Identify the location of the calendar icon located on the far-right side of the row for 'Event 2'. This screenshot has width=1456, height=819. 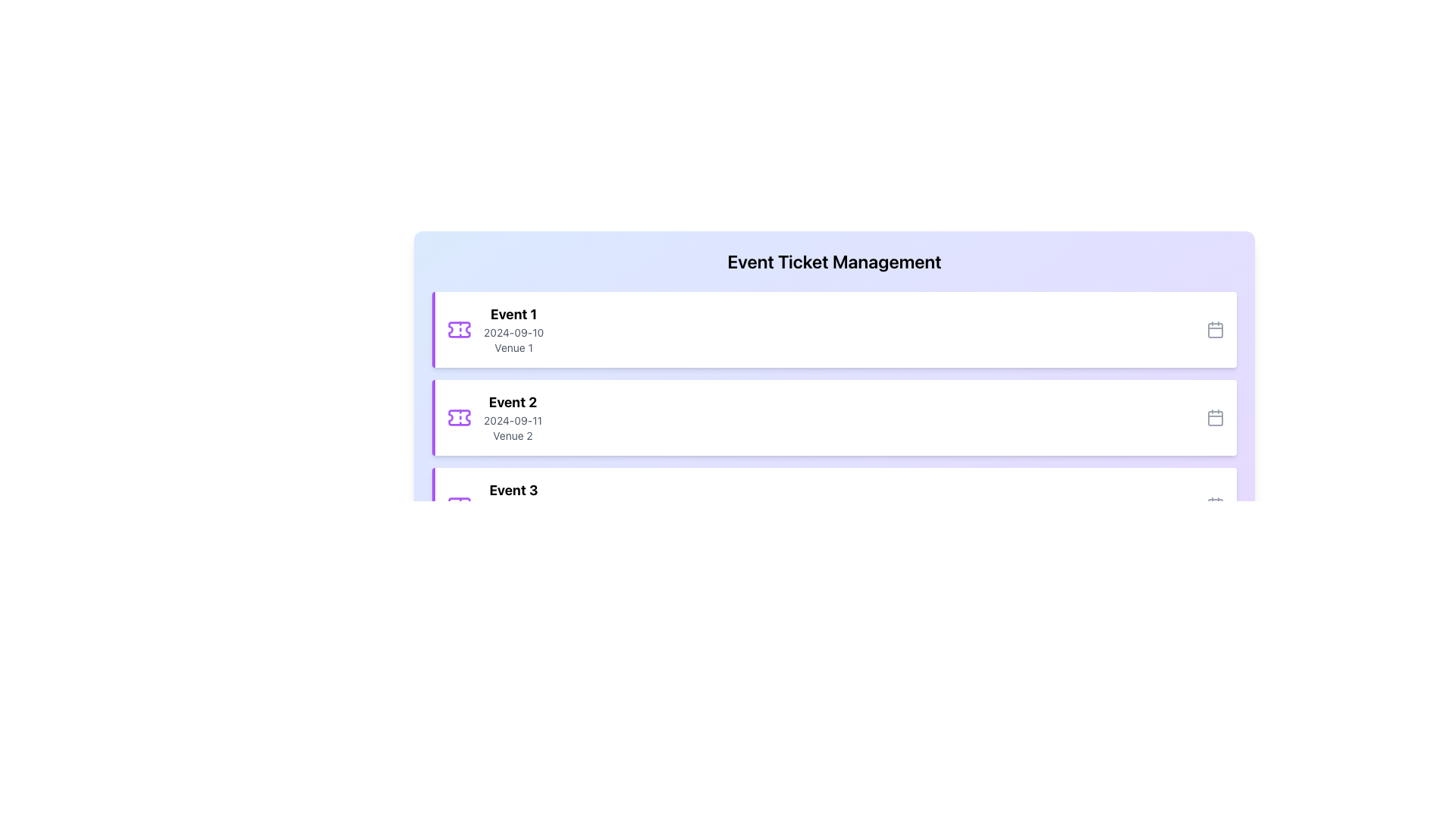
(1216, 418).